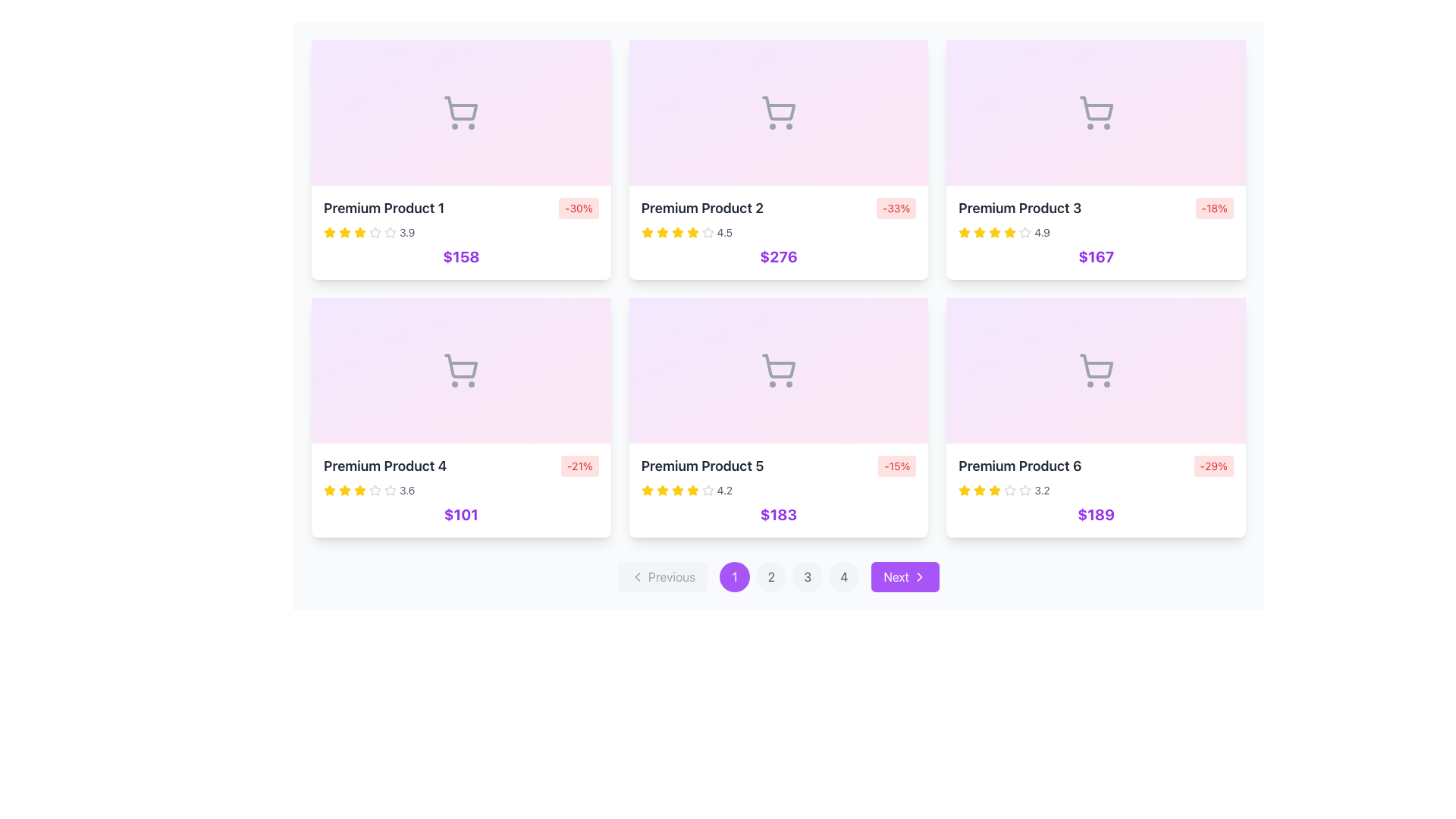 The height and width of the screenshot is (819, 1456). I want to click on the first yellow star icon in the 'Premium Product 4' card, which is part of a series of five star icons representing a rating system, located next to the '3.6' rating text, so click(329, 491).